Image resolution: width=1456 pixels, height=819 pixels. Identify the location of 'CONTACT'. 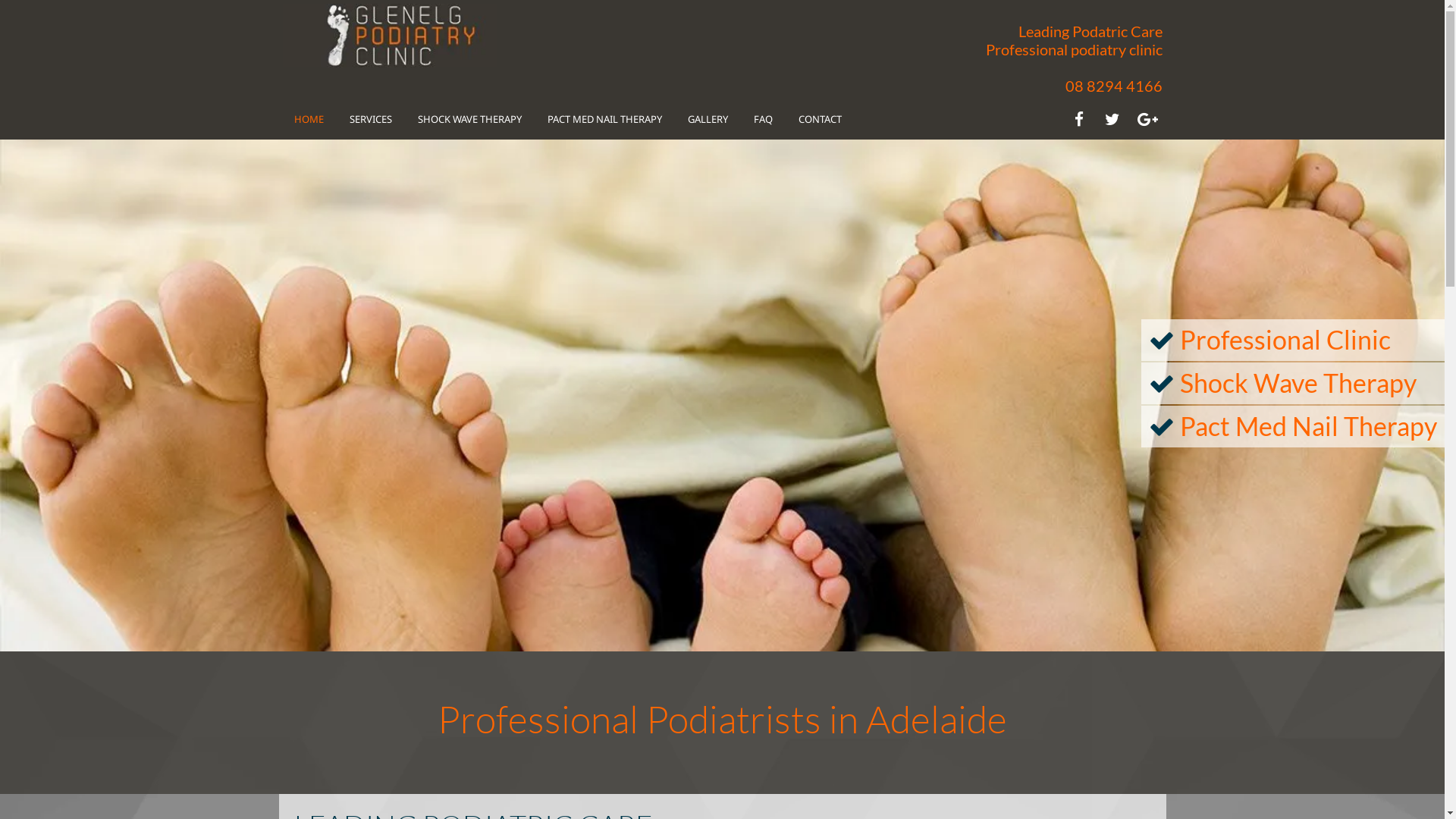
(818, 118).